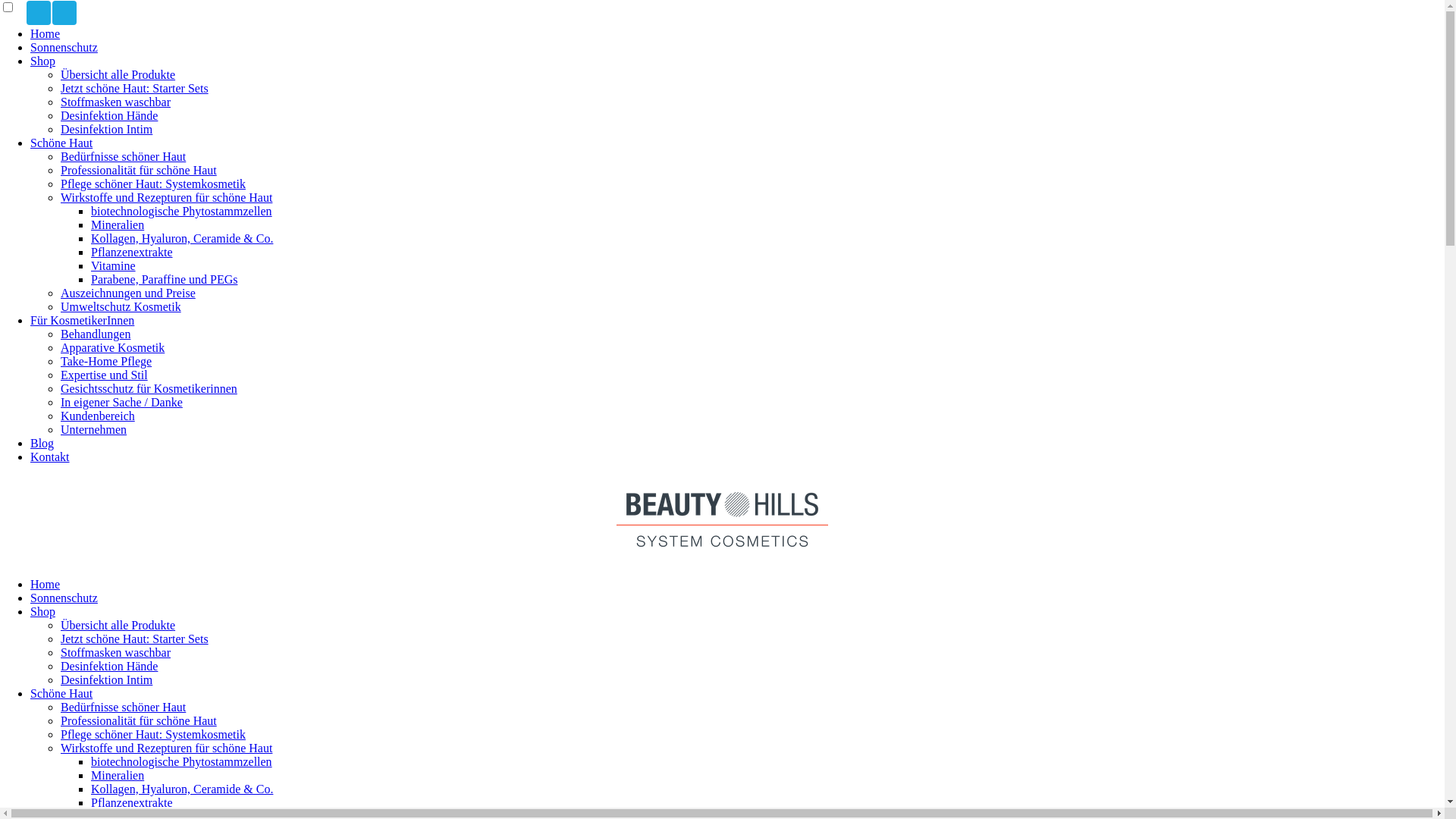 Image resolution: width=1456 pixels, height=819 pixels. What do you see at coordinates (182, 238) in the screenshot?
I see `'Kollagen, Hyaluron, Ceramide & Co.'` at bounding box center [182, 238].